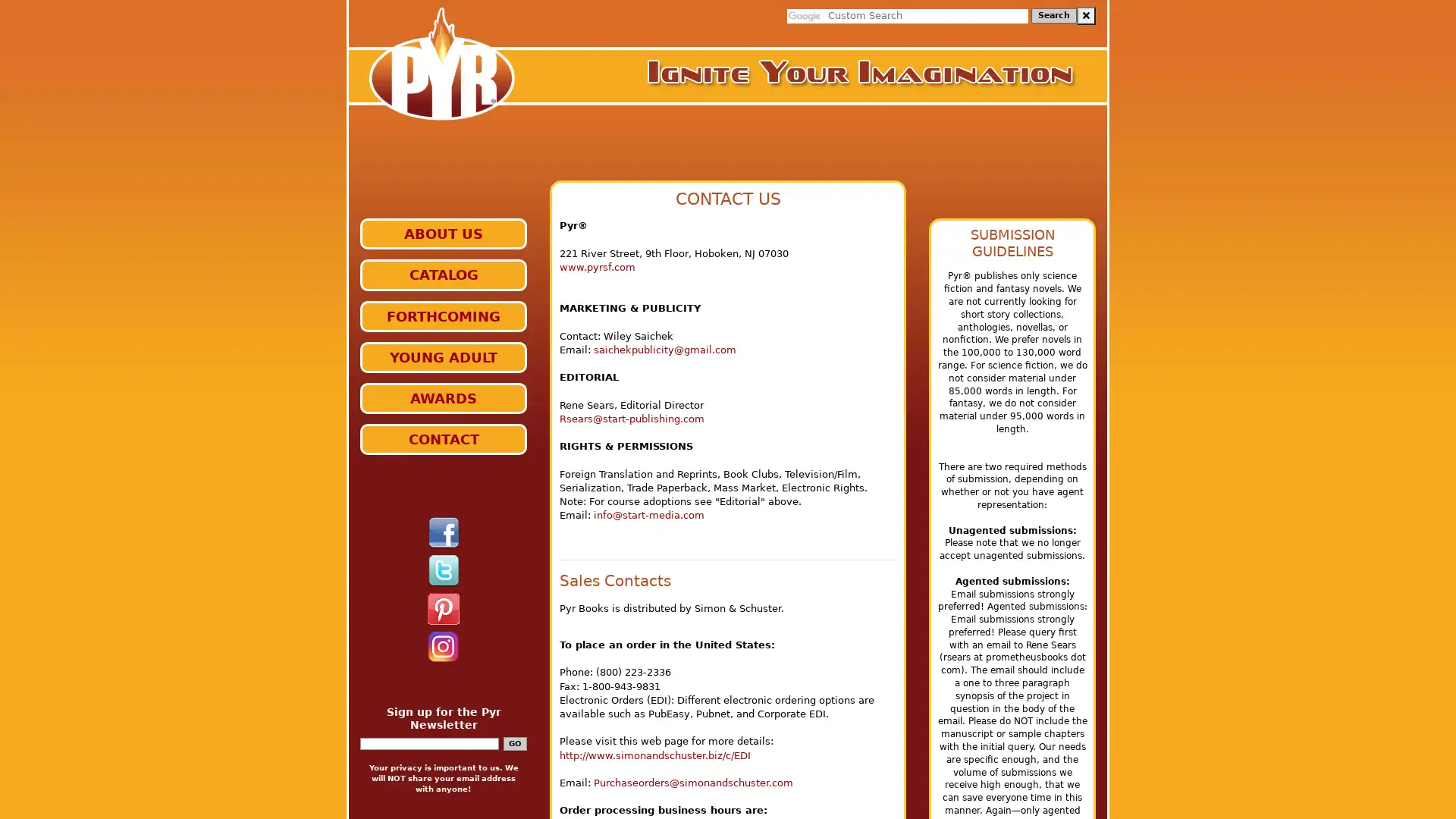 This screenshot has height=819, width=1456. I want to click on Search, so click(1053, 15).